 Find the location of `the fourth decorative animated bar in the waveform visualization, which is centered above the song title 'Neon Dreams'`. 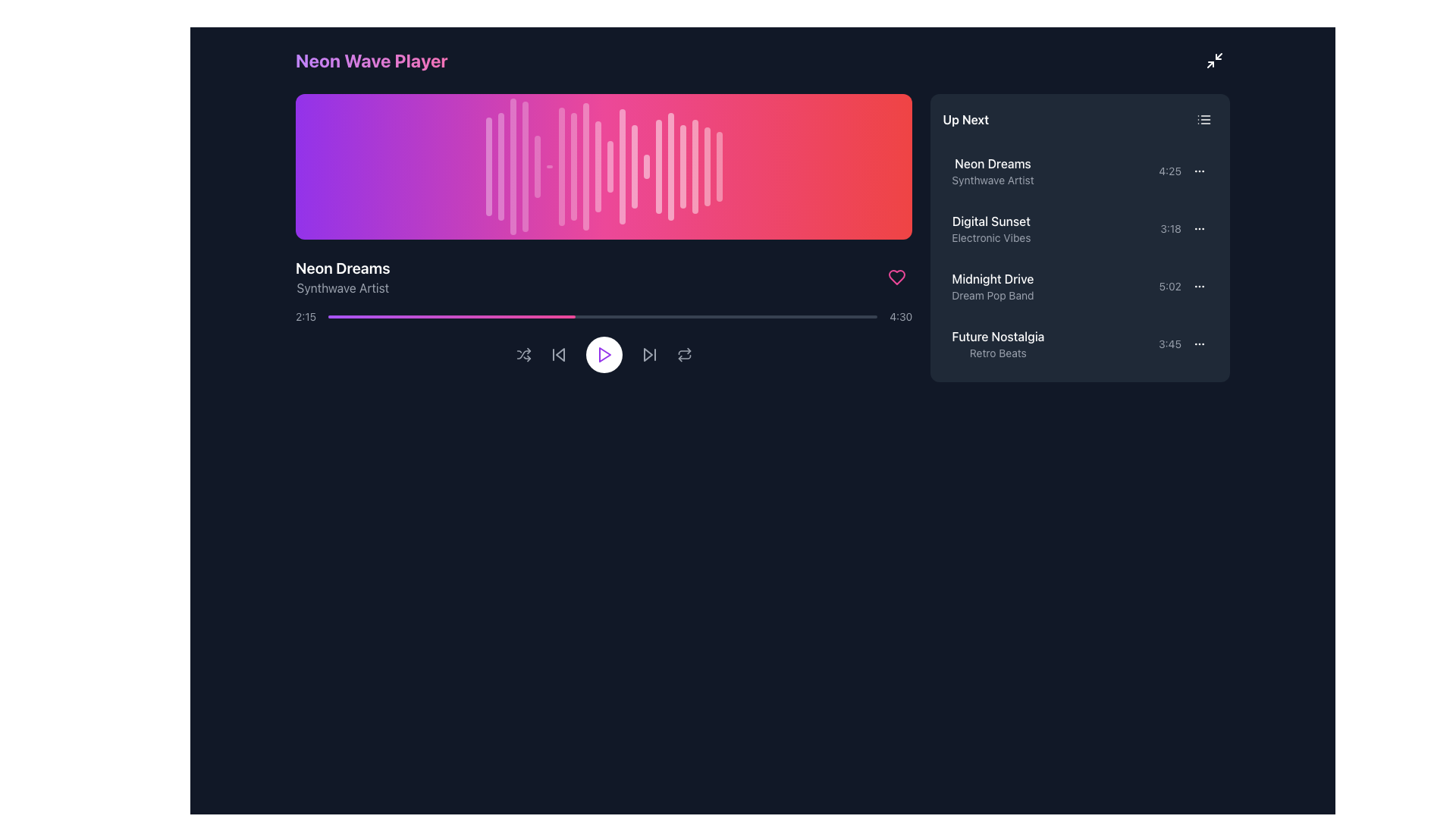

the fourth decorative animated bar in the waveform visualization, which is centered above the song title 'Neon Dreams' is located at coordinates (525, 166).